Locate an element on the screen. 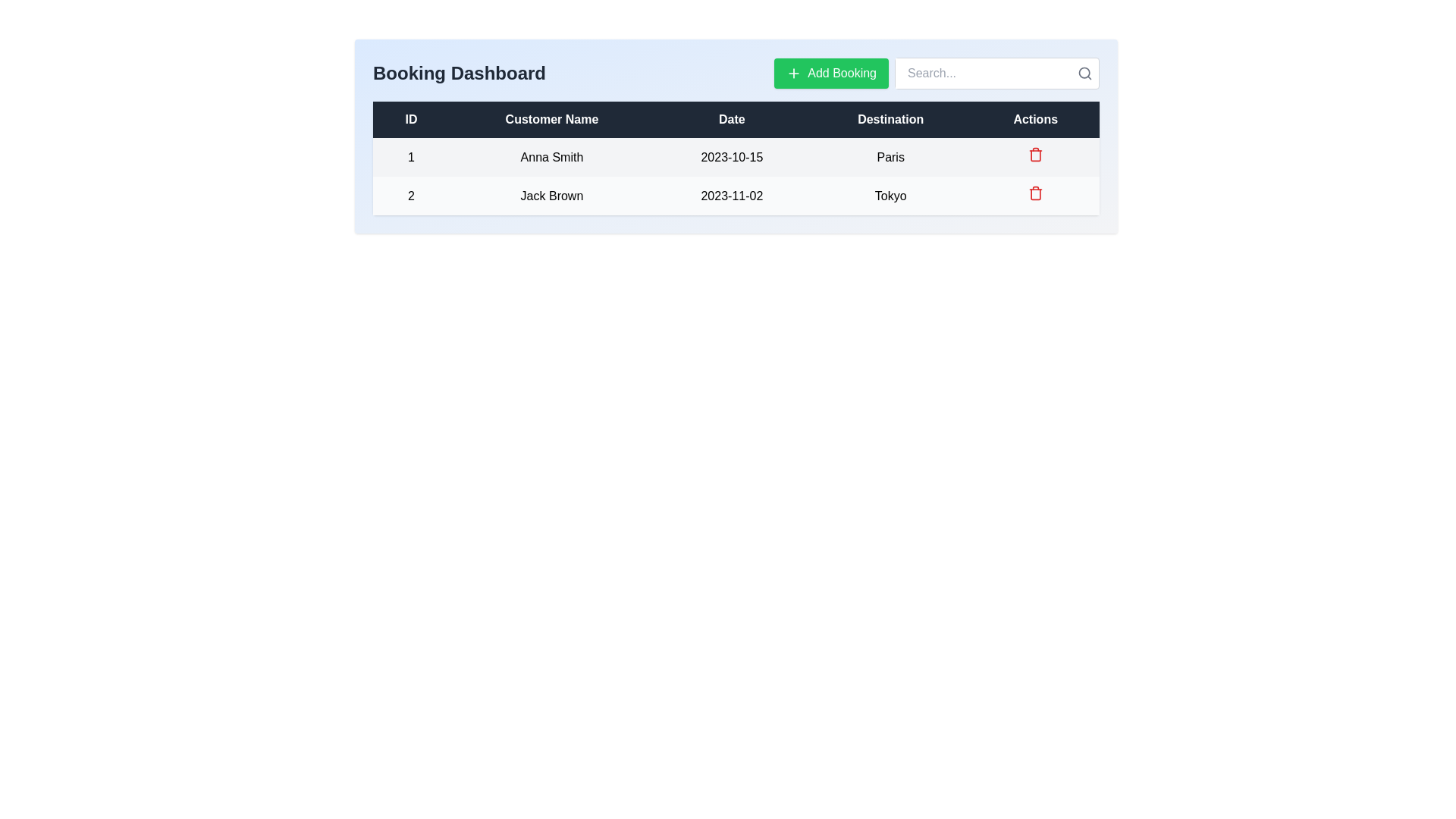 The height and width of the screenshot is (819, 1456). the static text label that displays the unique identifier for the 'Jack Brown' row in the table, located in the first column of the second row is located at coordinates (411, 195).